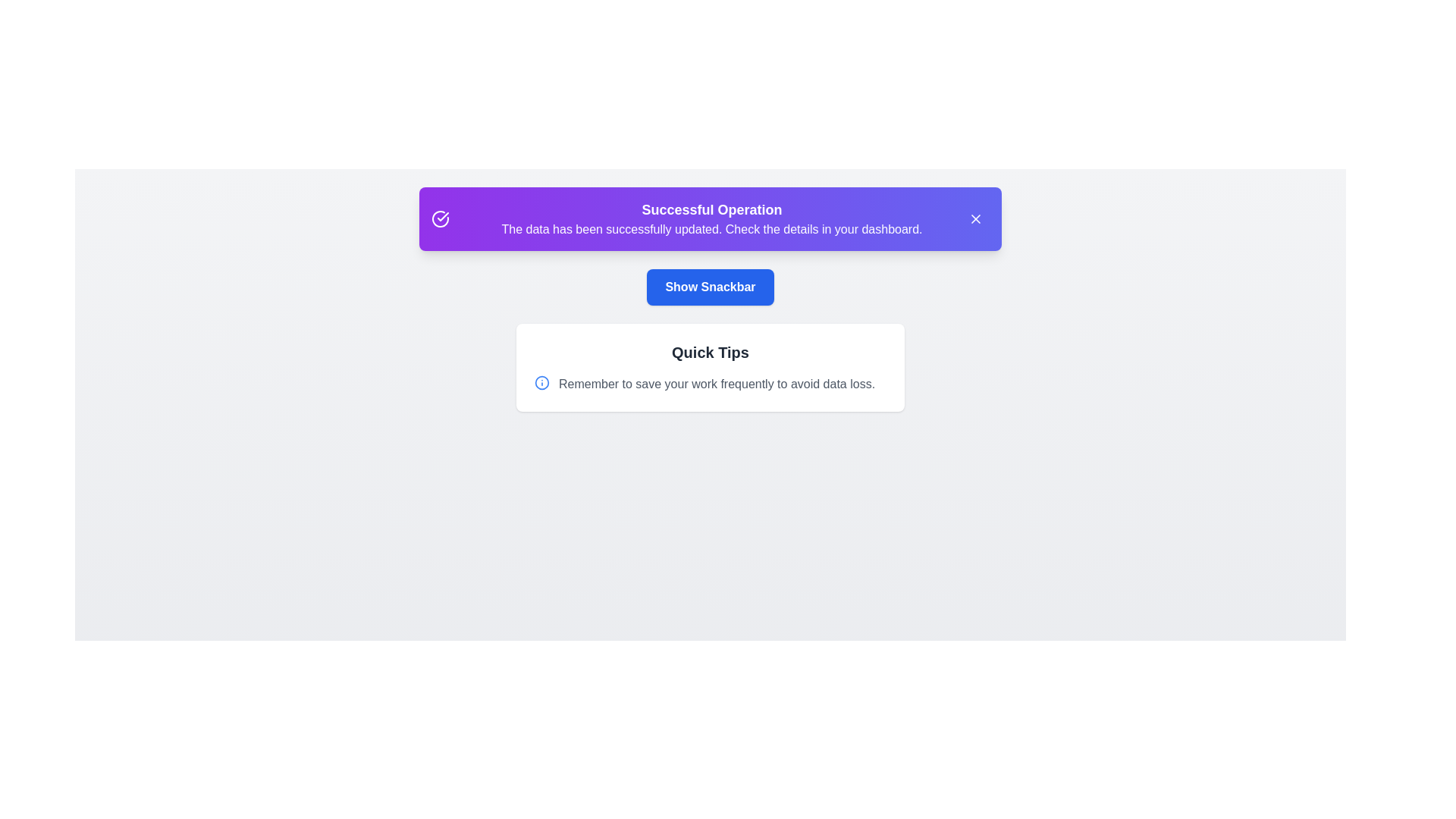  What do you see at coordinates (709, 287) in the screenshot?
I see `'Show Snackbar' button to toggle the snackbar visibility` at bounding box center [709, 287].